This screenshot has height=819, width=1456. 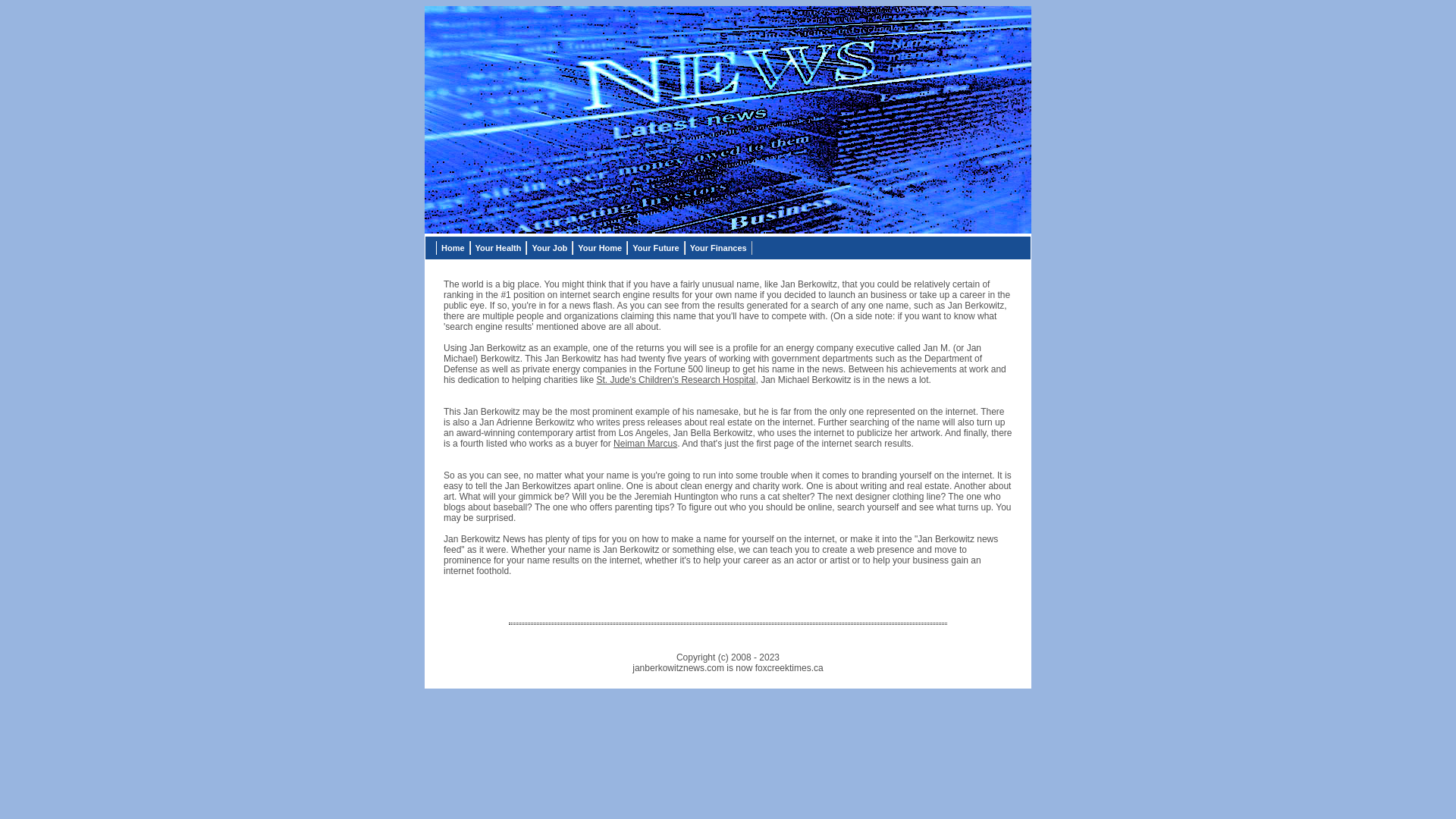 What do you see at coordinates (626, 247) in the screenshot?
I see `'Your Future'` at bounding box center [626, 247].